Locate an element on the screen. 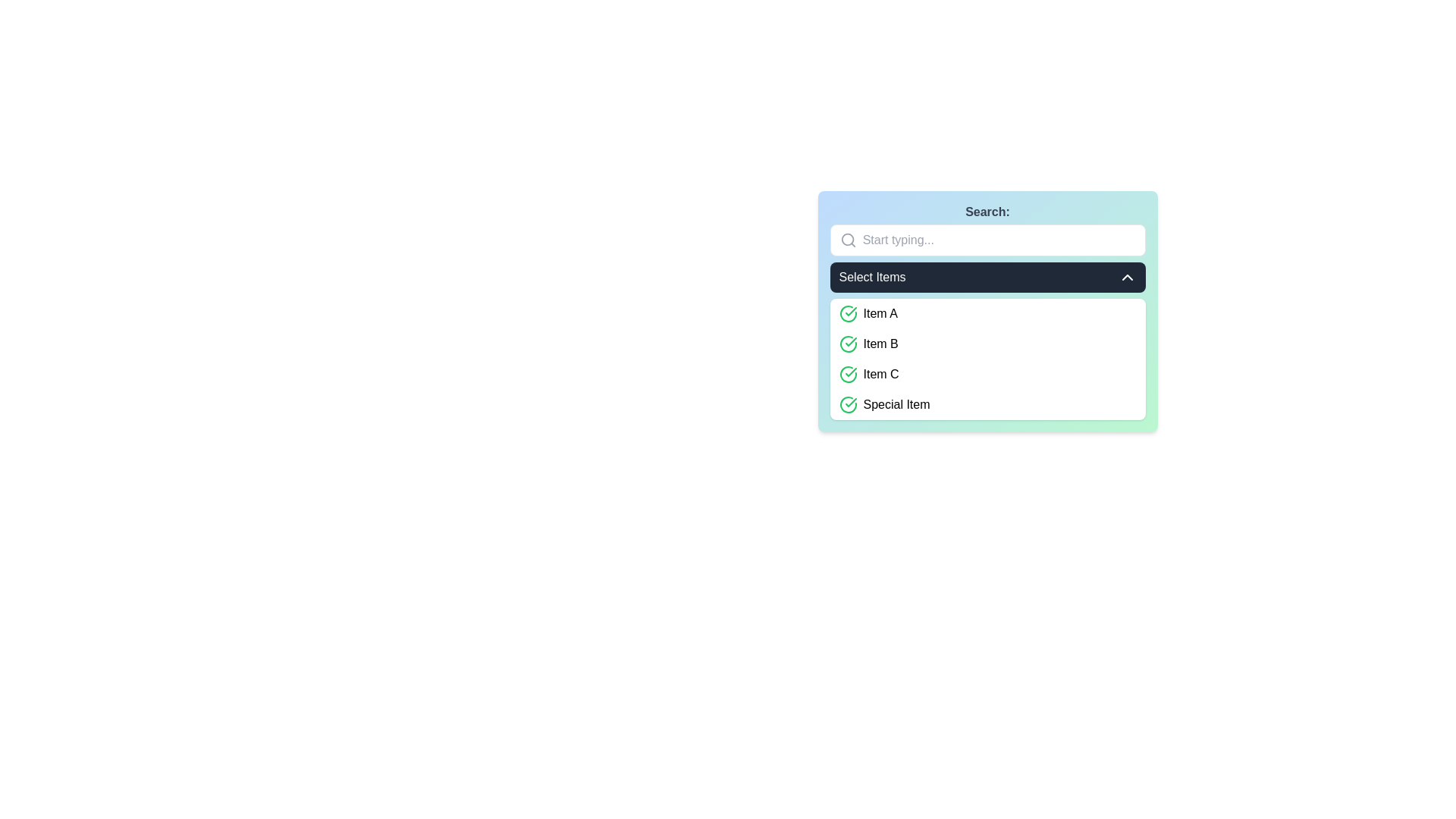 The image size is (1456, 819). the main circle within the magnifying glass icon located on the far left side of the search field labeled 'Search' is located at coordinates (846, 239).